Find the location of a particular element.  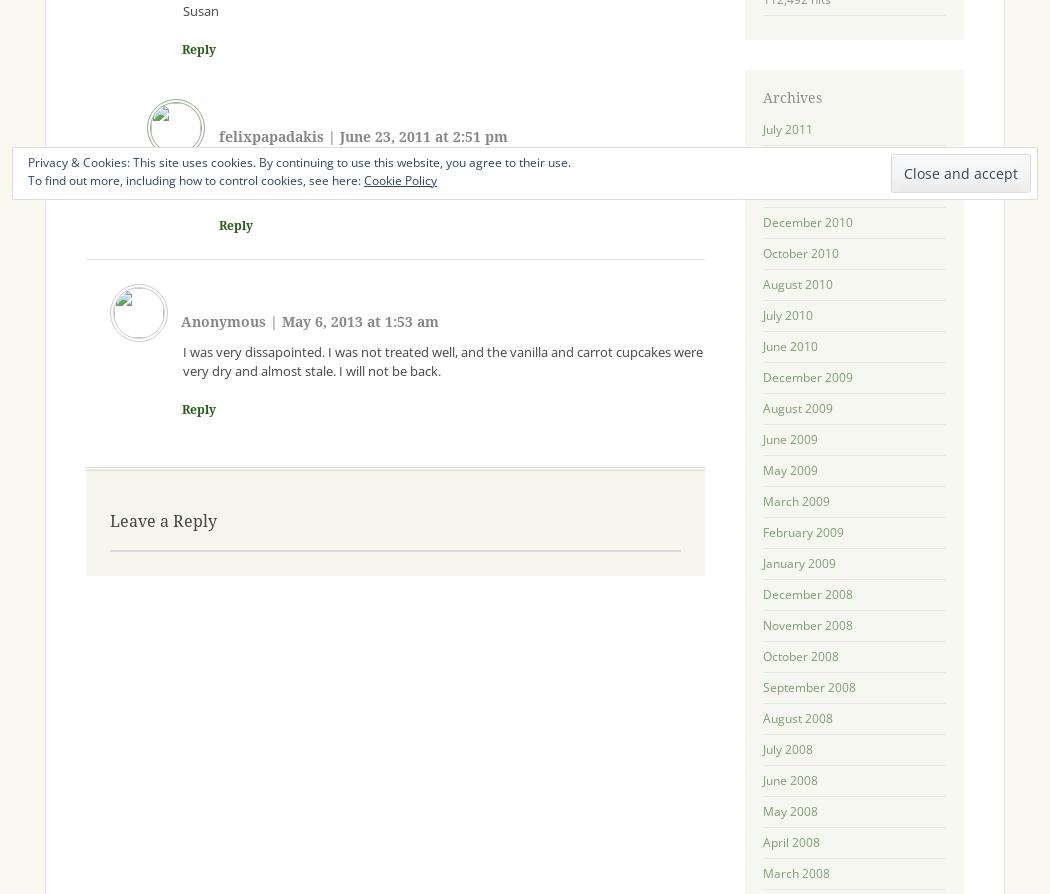

'May 2009' is located at coordinates (788, 469).